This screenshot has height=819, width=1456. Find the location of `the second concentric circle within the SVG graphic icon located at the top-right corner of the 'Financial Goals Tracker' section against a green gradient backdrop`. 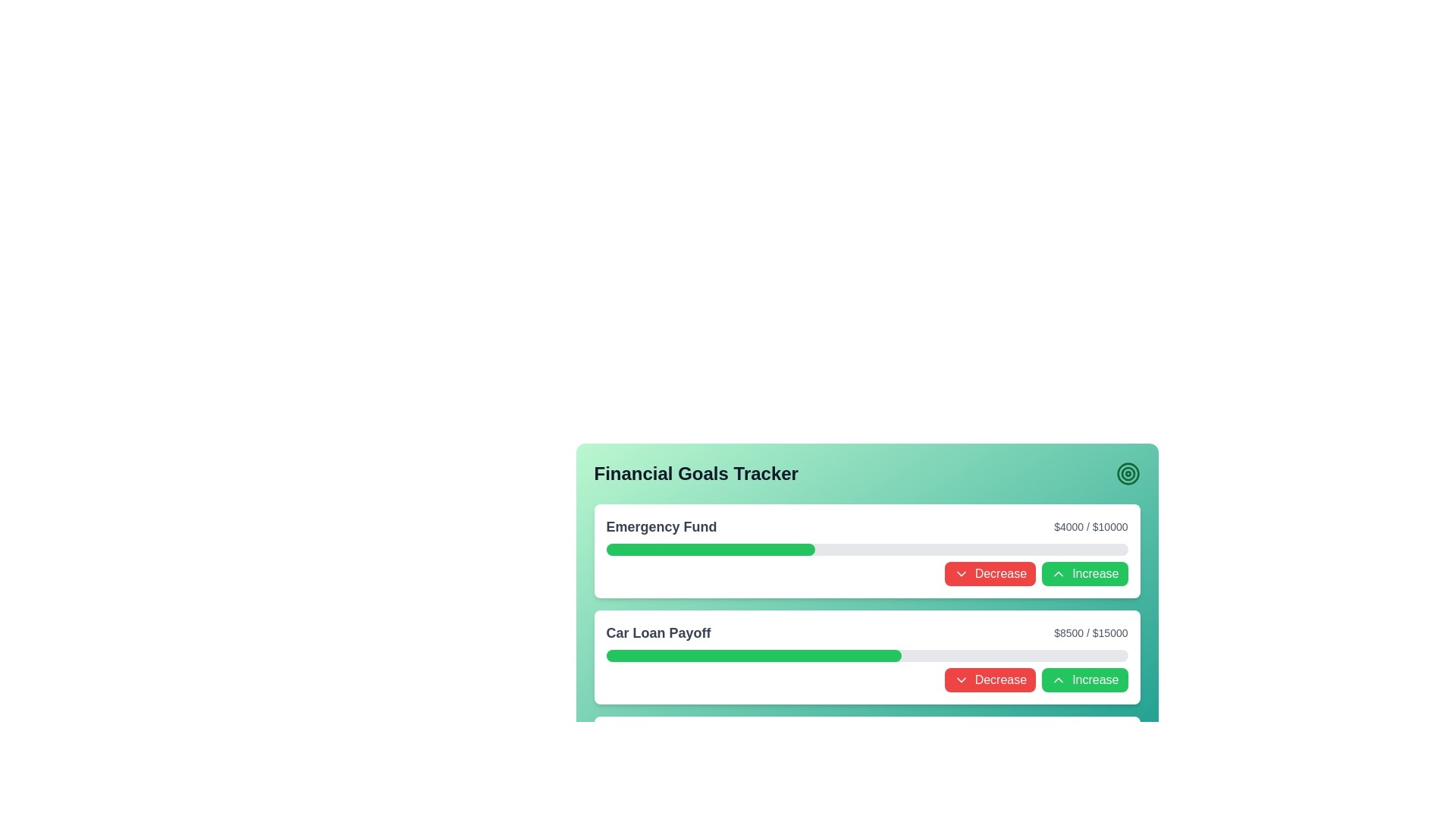

the second concentric circle within the SVG graphic icon located at the top-right corner of the 'Financial Goals Tracker' section against a green gradient backdrop is located at coordinates (1128, 472).